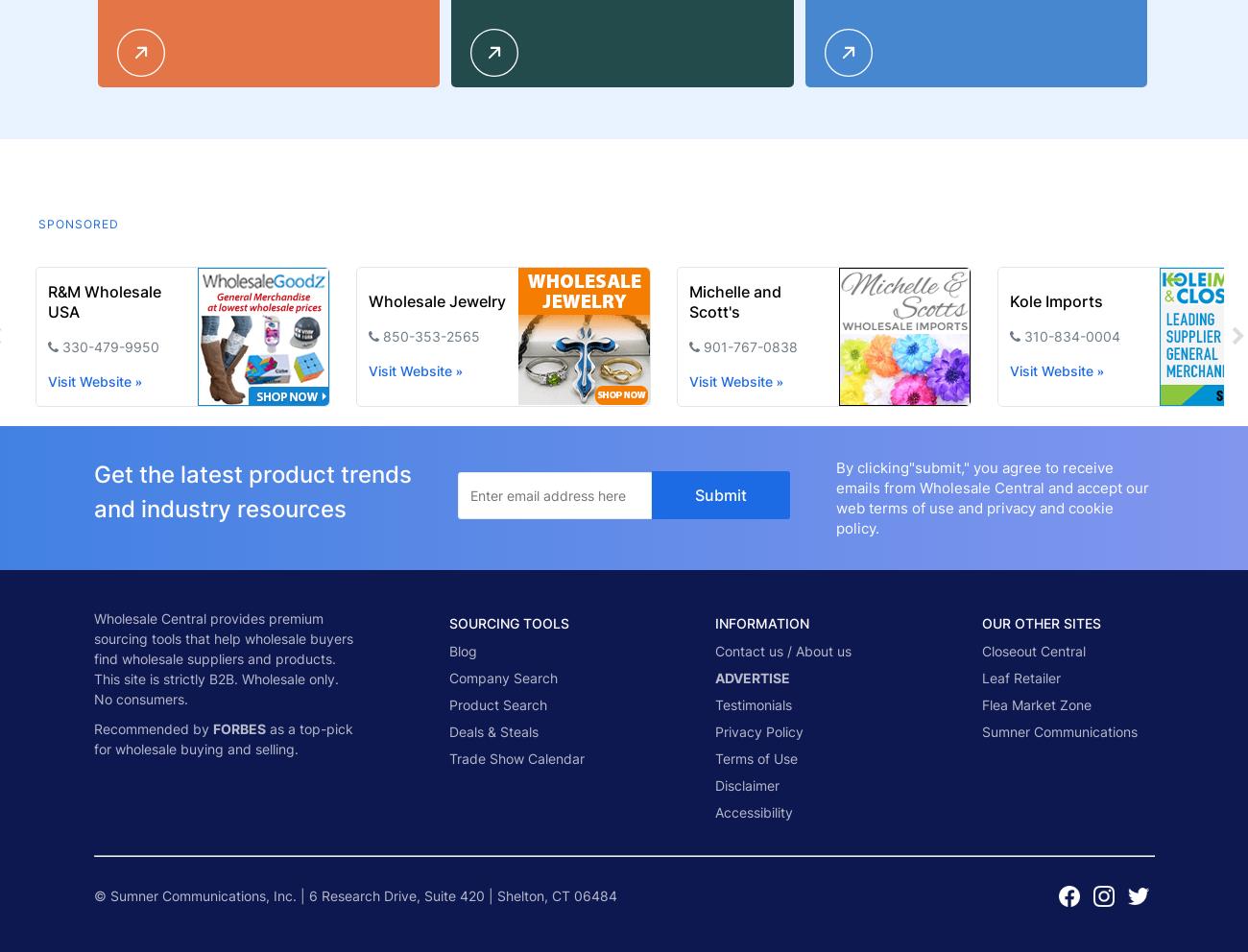  What do you see at coordinates (430, 335) in the screenshot?
I see `'850-353-2565'` at bounding box center [430, 335].